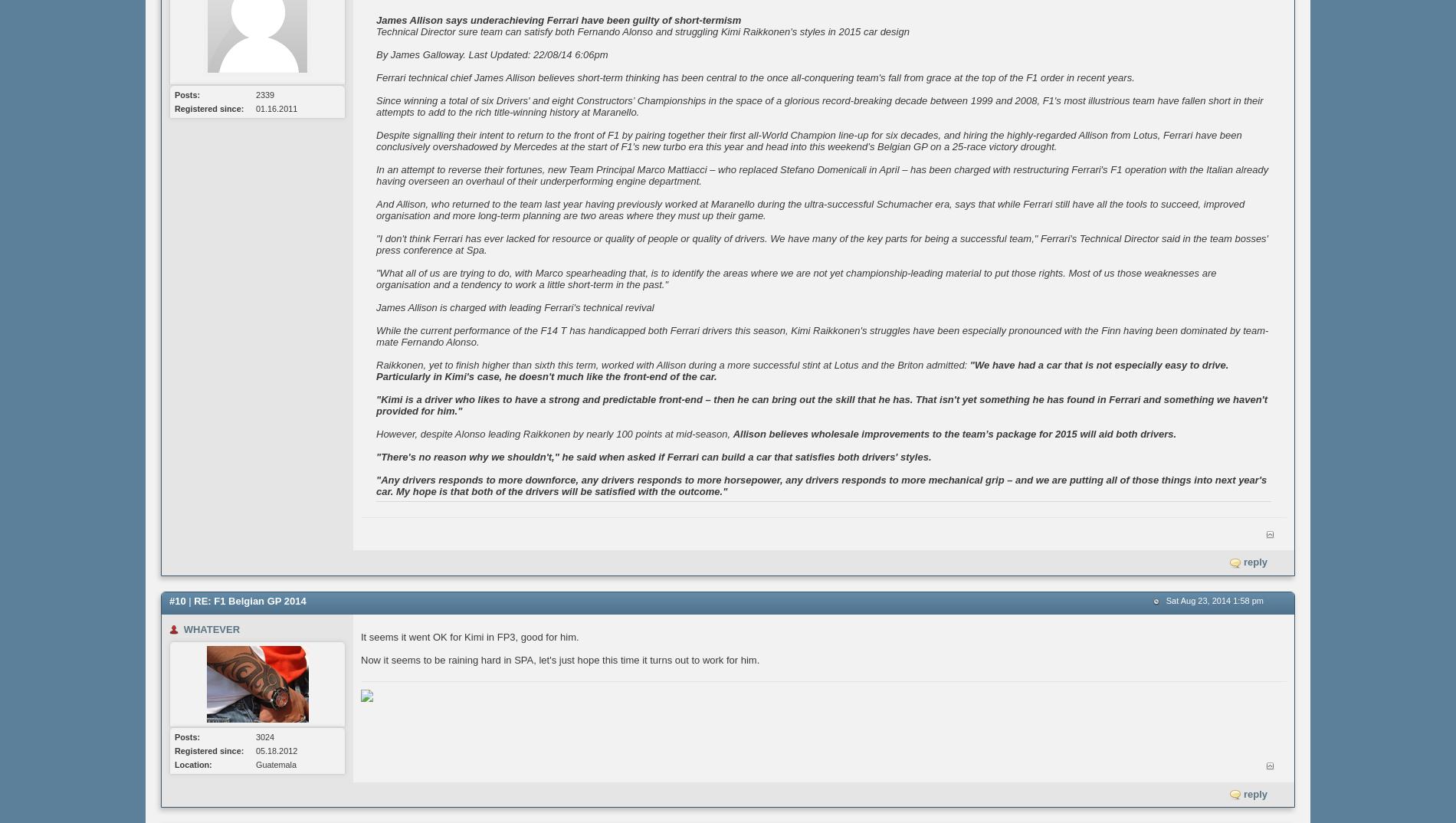 This screenshot has height=823, width=1456. Describe the element at coordinates (821, 336) in the screenshot. I see `'While the current performance of the F14 T has handicapped both Ferrari drivers this season, Kimi Raikkonen's struggles have been especially pronounced with the Finn having been dominated by team-mate Fernando Alonso.'` at that location.